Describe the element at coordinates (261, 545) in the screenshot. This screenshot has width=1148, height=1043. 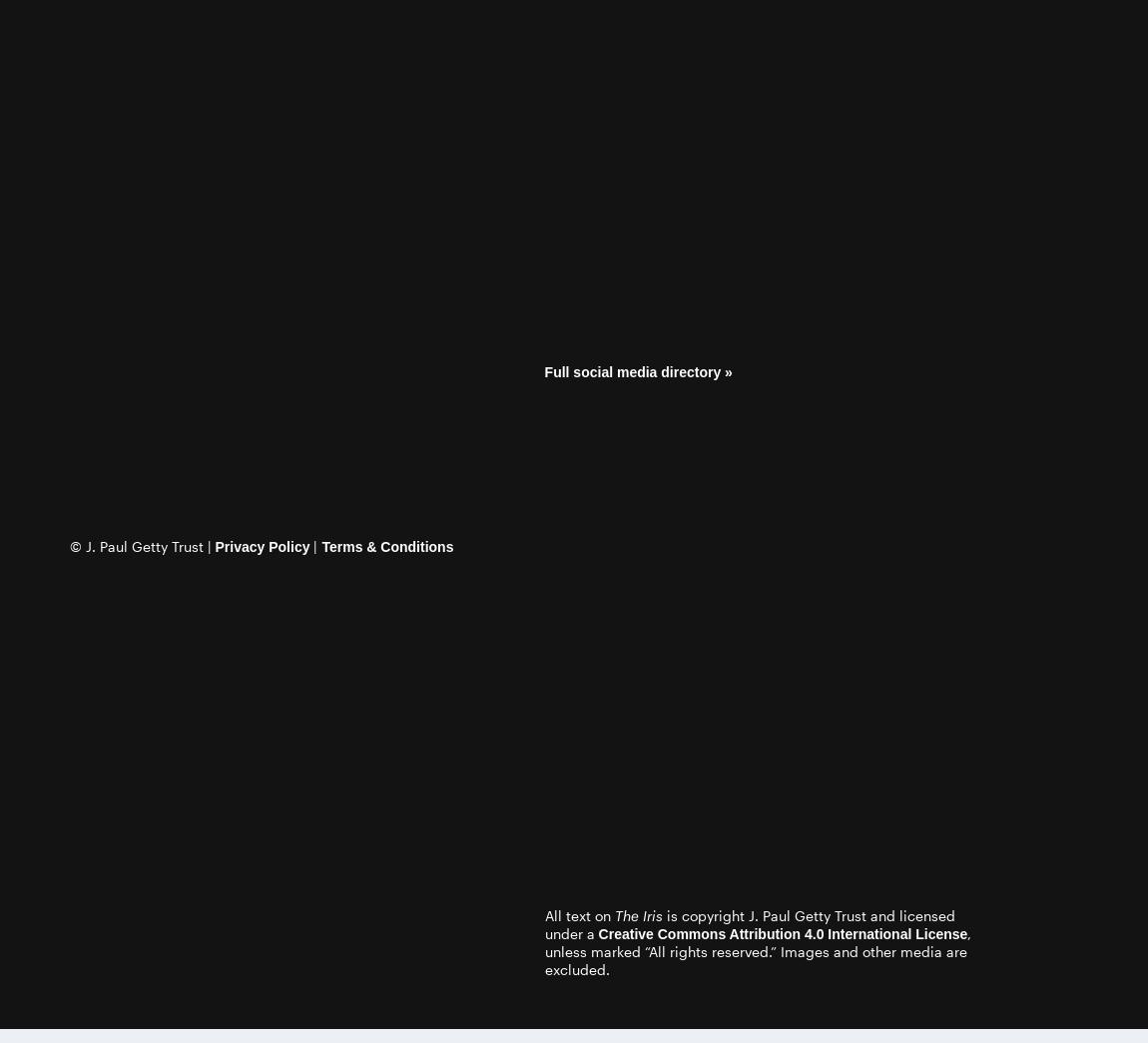
I see `'Privacy Policy'` at that location.